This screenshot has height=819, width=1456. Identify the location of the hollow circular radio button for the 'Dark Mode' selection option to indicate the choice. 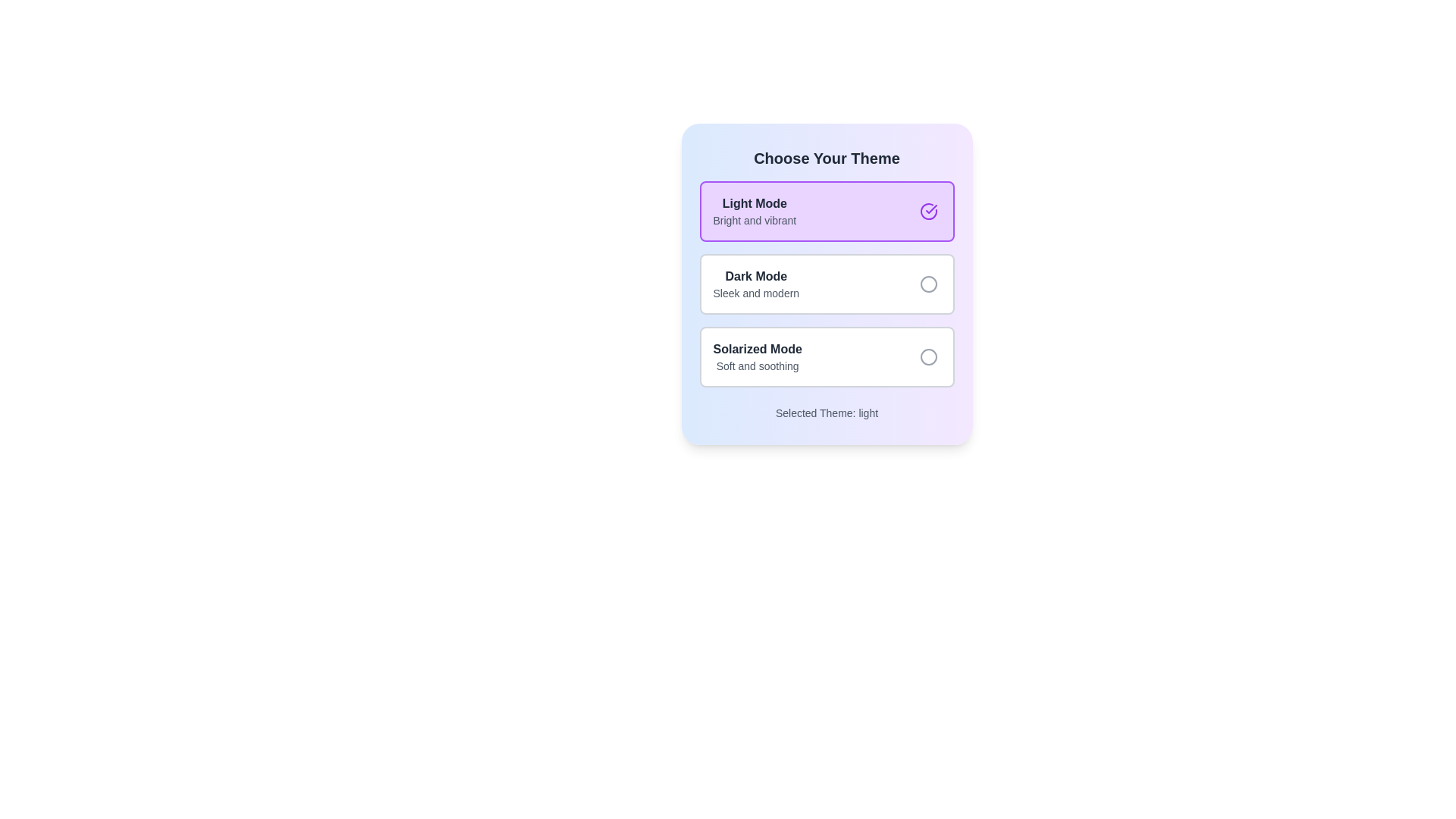
(927, 284).